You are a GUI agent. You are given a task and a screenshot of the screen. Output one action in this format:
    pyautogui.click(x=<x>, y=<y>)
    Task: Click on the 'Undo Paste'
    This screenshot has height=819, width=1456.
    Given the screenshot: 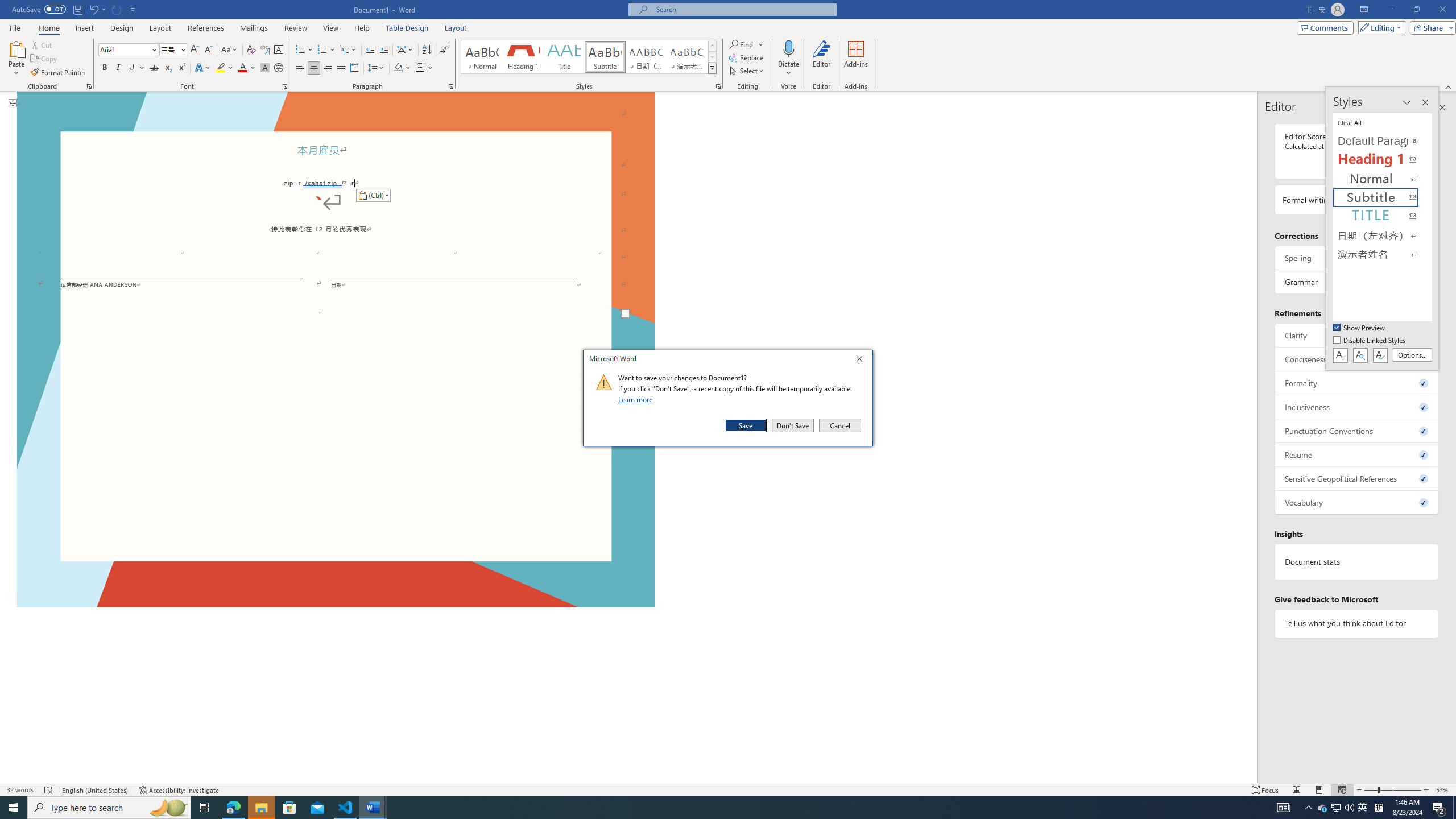 What is the action you would take?
    pyautogui.click(x=93, y=9)
    